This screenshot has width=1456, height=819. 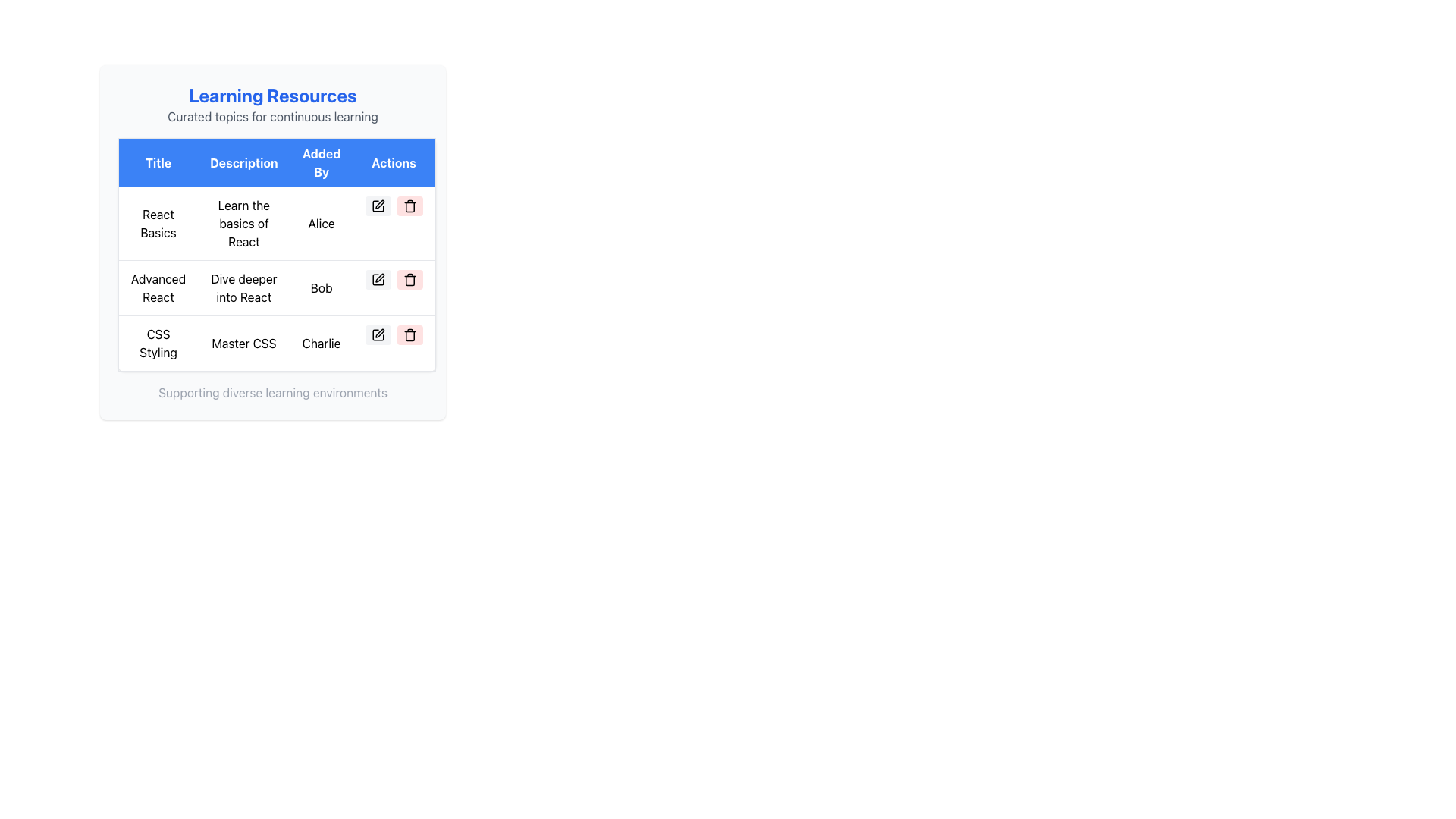 I want to click on text content of the Text Label displaying 'Charlie' located in the third row under the 'Added By' column of the table structure, so click(x=321, y=343).